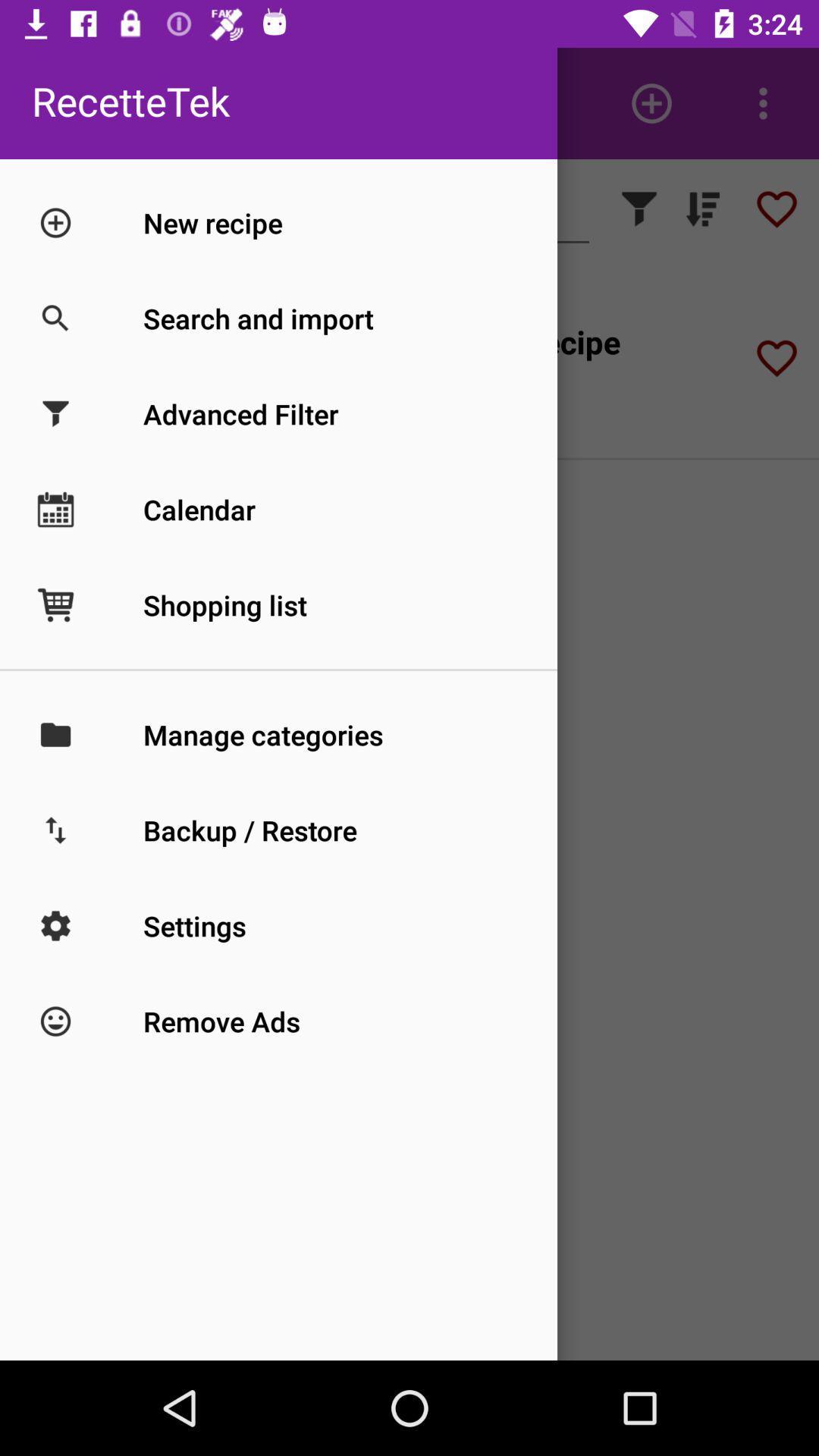 Image resolution: width=819 pixels, height=1456 pixels. What do you see at coordinates (702, 208) in the screenshot?
I see `the filter_list icon` at bounding box center [702, 208].